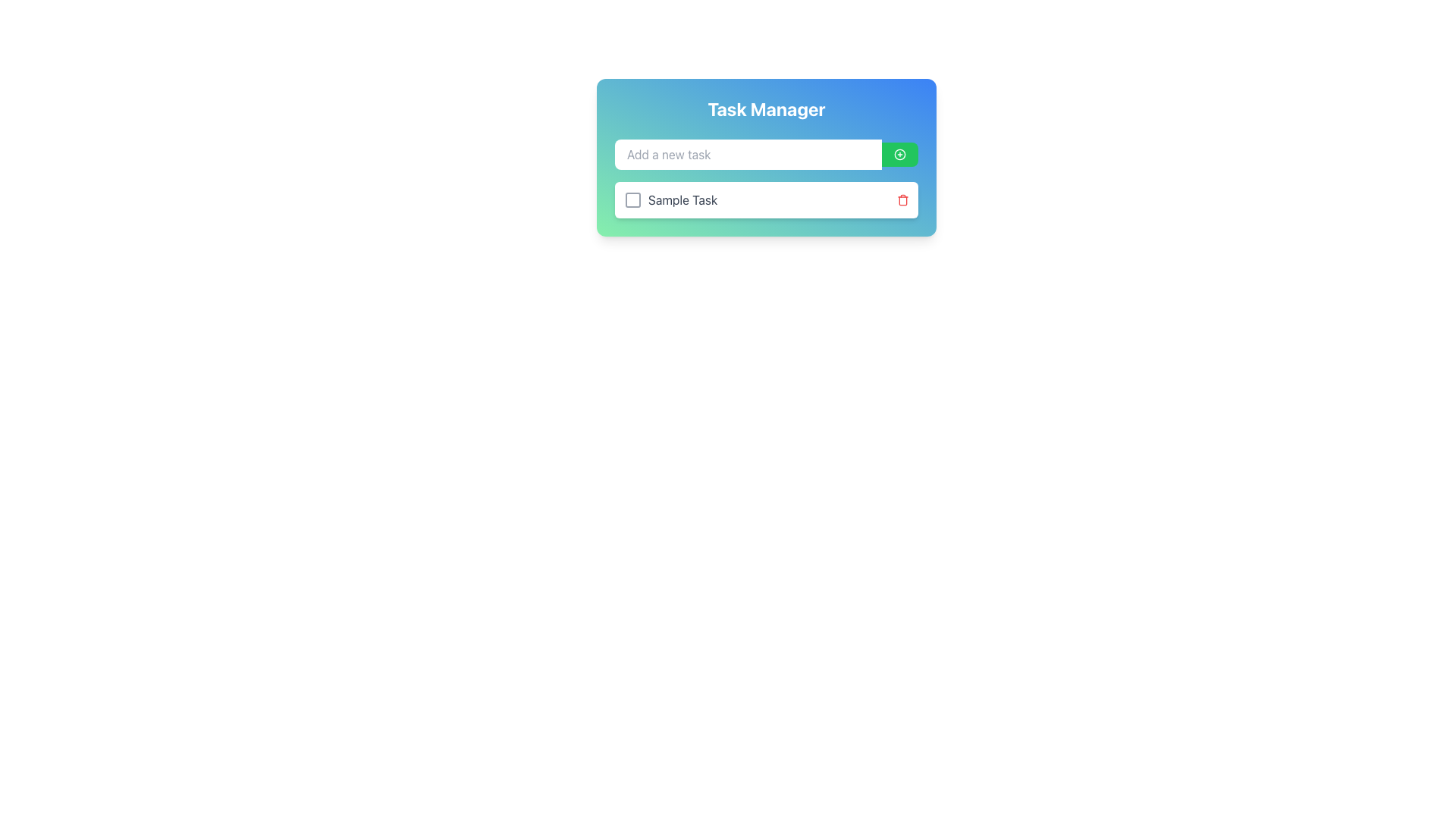  I want to click on the static text displaying 'Sample Task' in gray font, located in a task management interface, positioned to the right of the checkbox and before the delete icon, so click(682, 199).